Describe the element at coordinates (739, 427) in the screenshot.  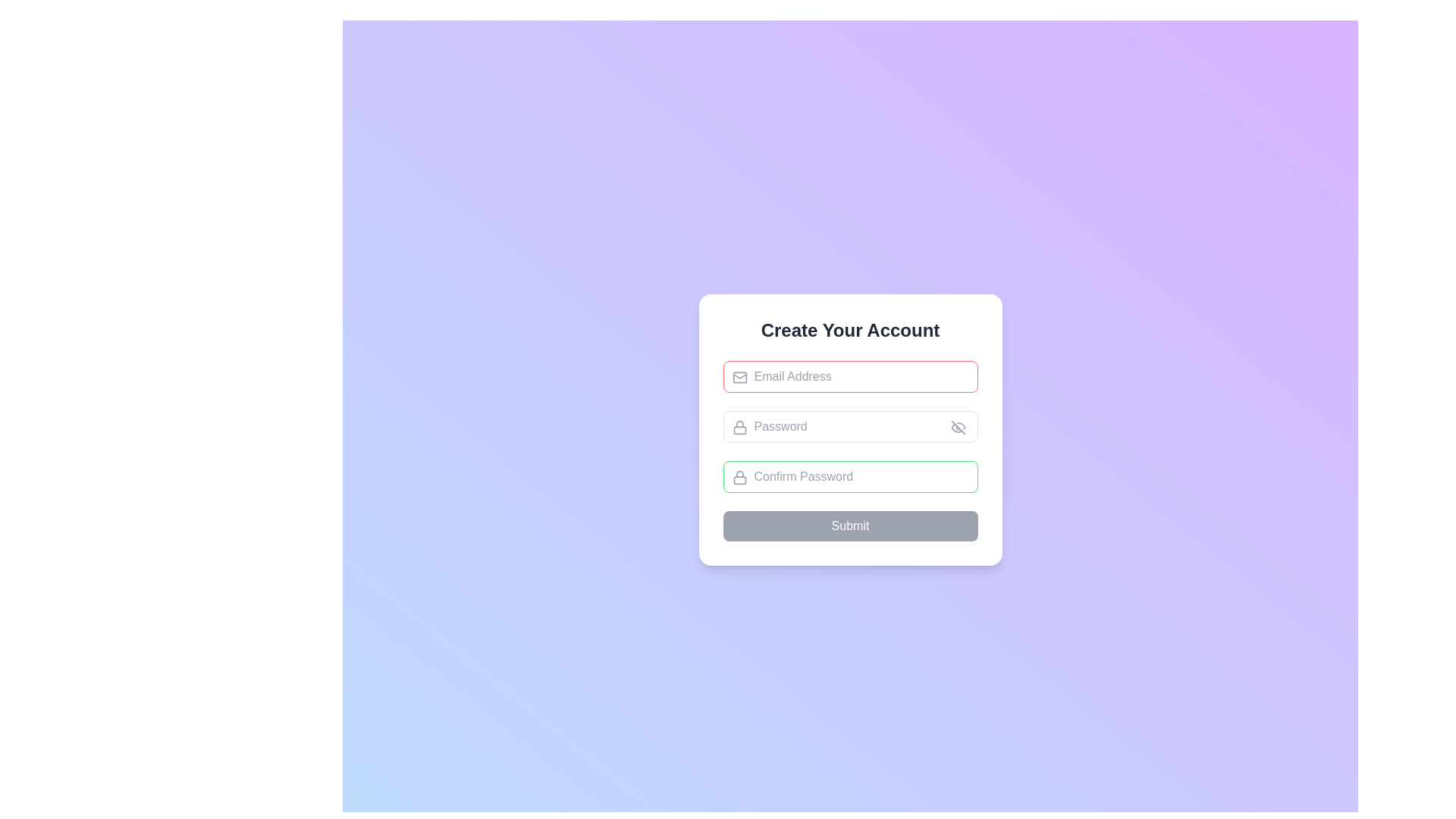
I see `the small metallic gray lock icon located to the left of the 'Password' text input field` at that location.